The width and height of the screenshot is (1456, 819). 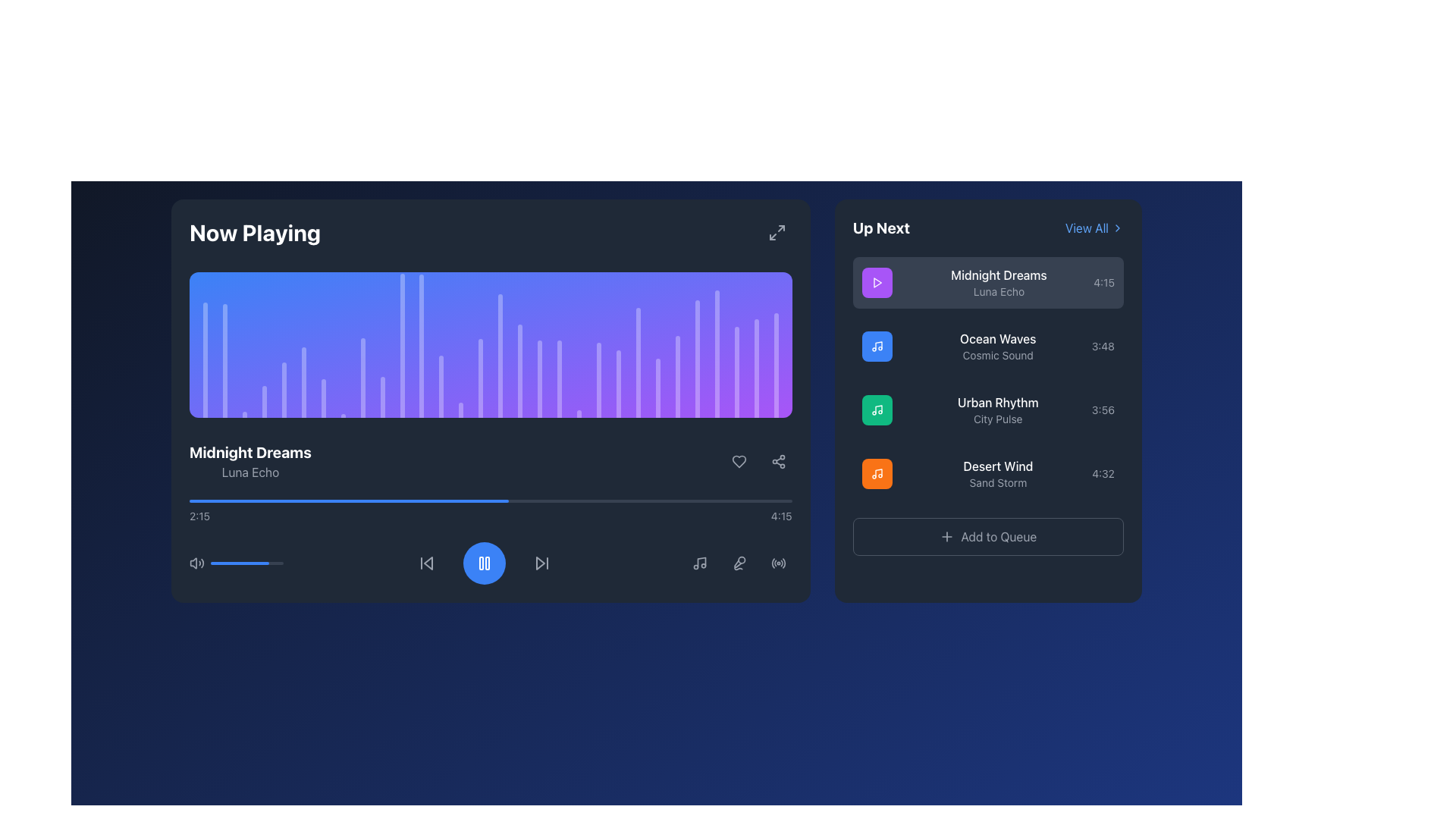 What do you see at coordinates (998, 409) in the screenshot?
I see `the text label displaying 'Urban Rhythm' for accessibility navigation` at bounding box center [998, 409].